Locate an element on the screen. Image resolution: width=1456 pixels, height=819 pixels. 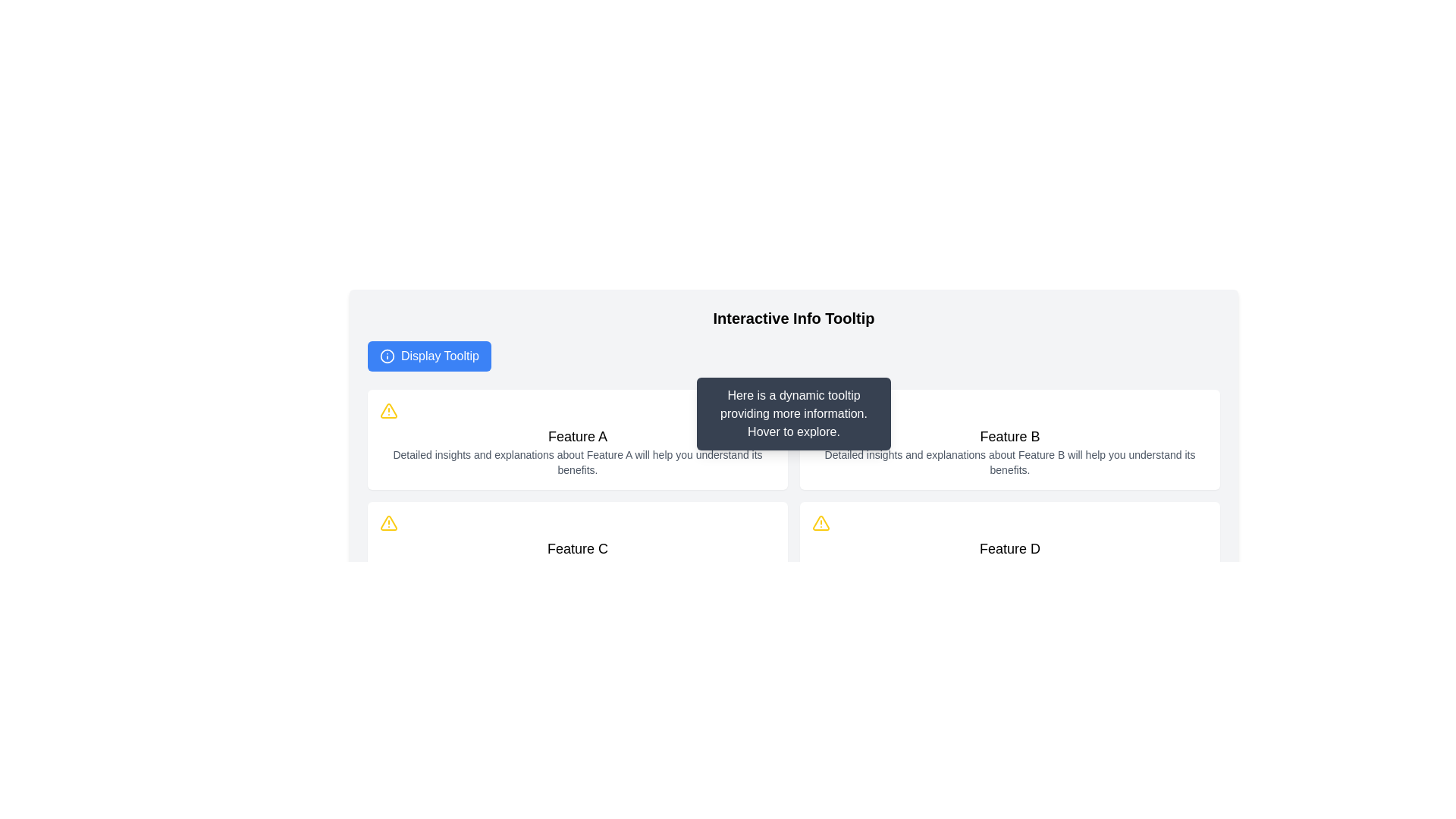
the Informational Card that provides detailed explanations about Feature D, located in the second row, second column of the grid layout is located at coordinates (1009, 552).